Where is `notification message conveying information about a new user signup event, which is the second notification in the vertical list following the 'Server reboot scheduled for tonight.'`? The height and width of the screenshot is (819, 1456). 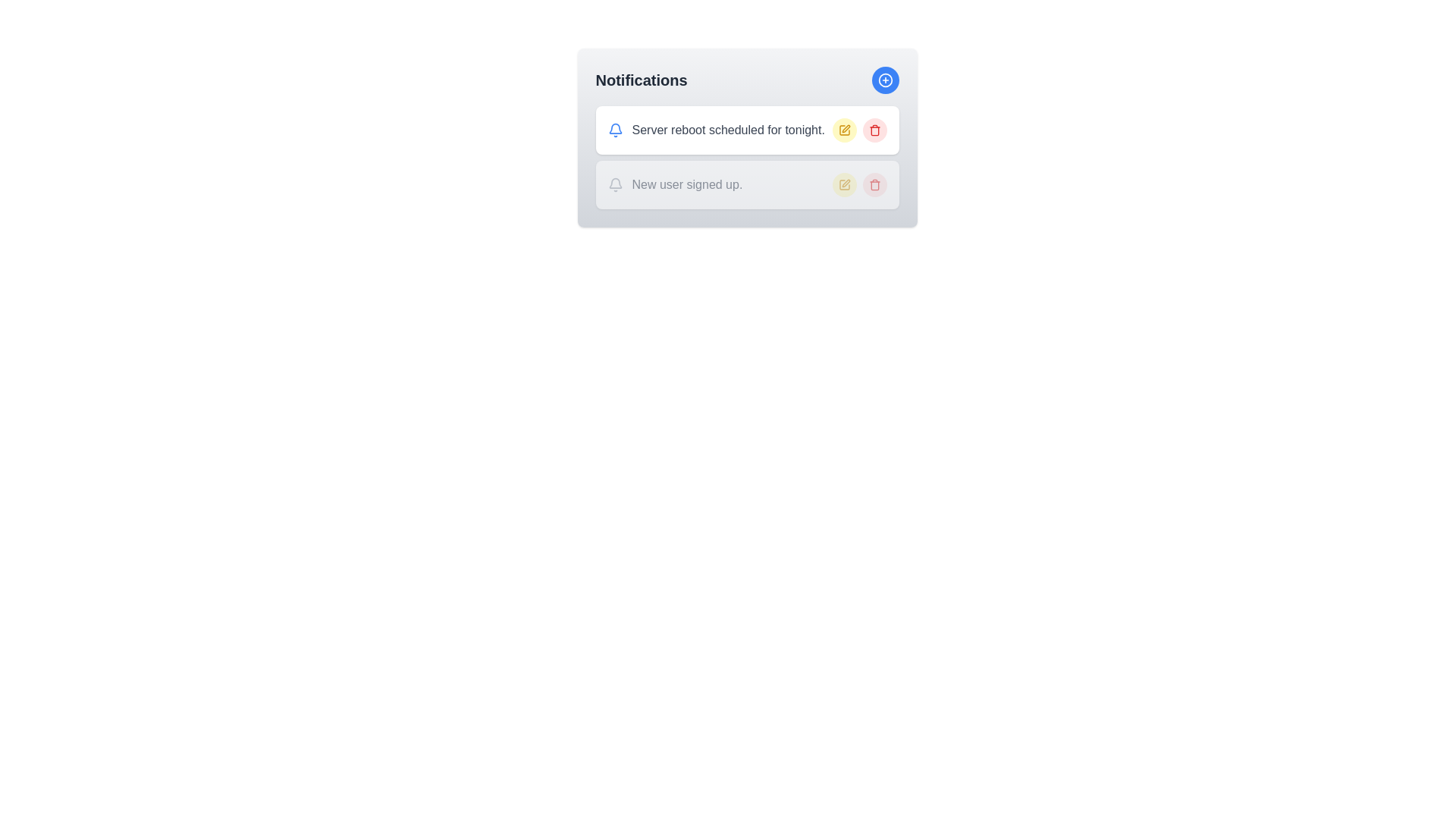 notification message conveying information about a new user signup event, which is the second notification in the vertical list following the 'Server reboot scheduled for tonight.' is located at coordinates (674, 184).